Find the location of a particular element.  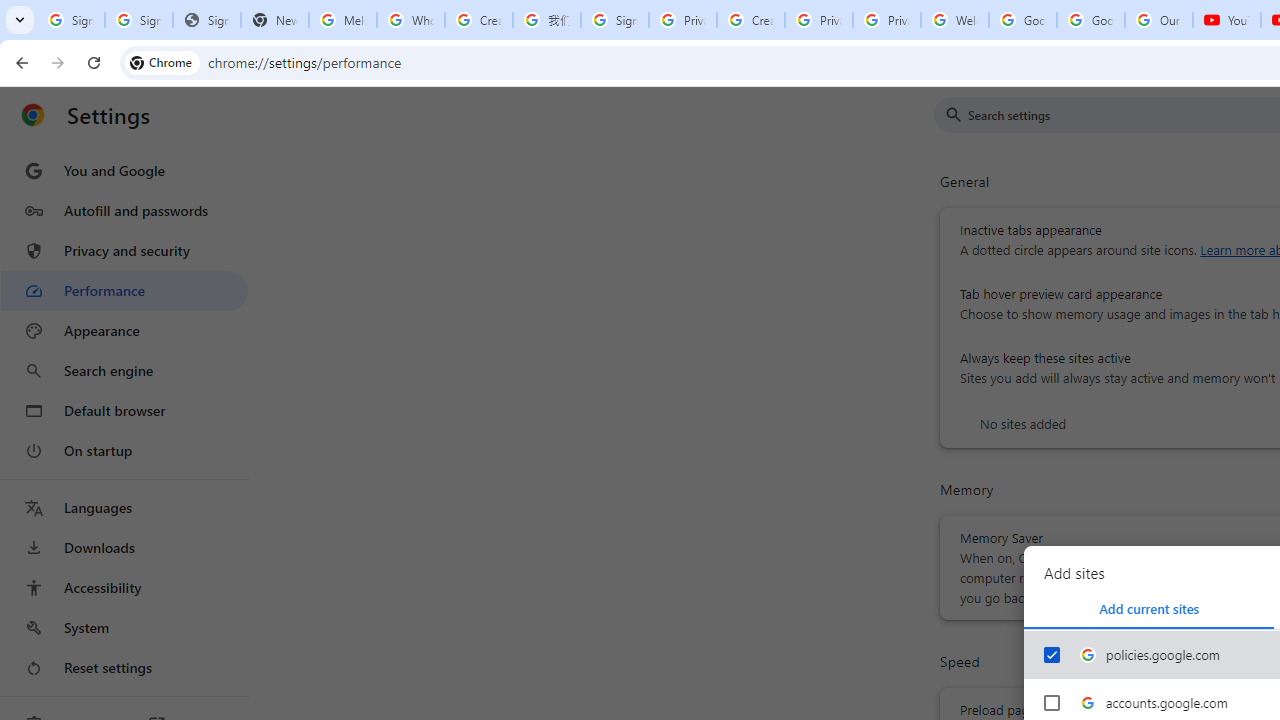

'Welcome to My Activity' is located at coordinates (953, 20).